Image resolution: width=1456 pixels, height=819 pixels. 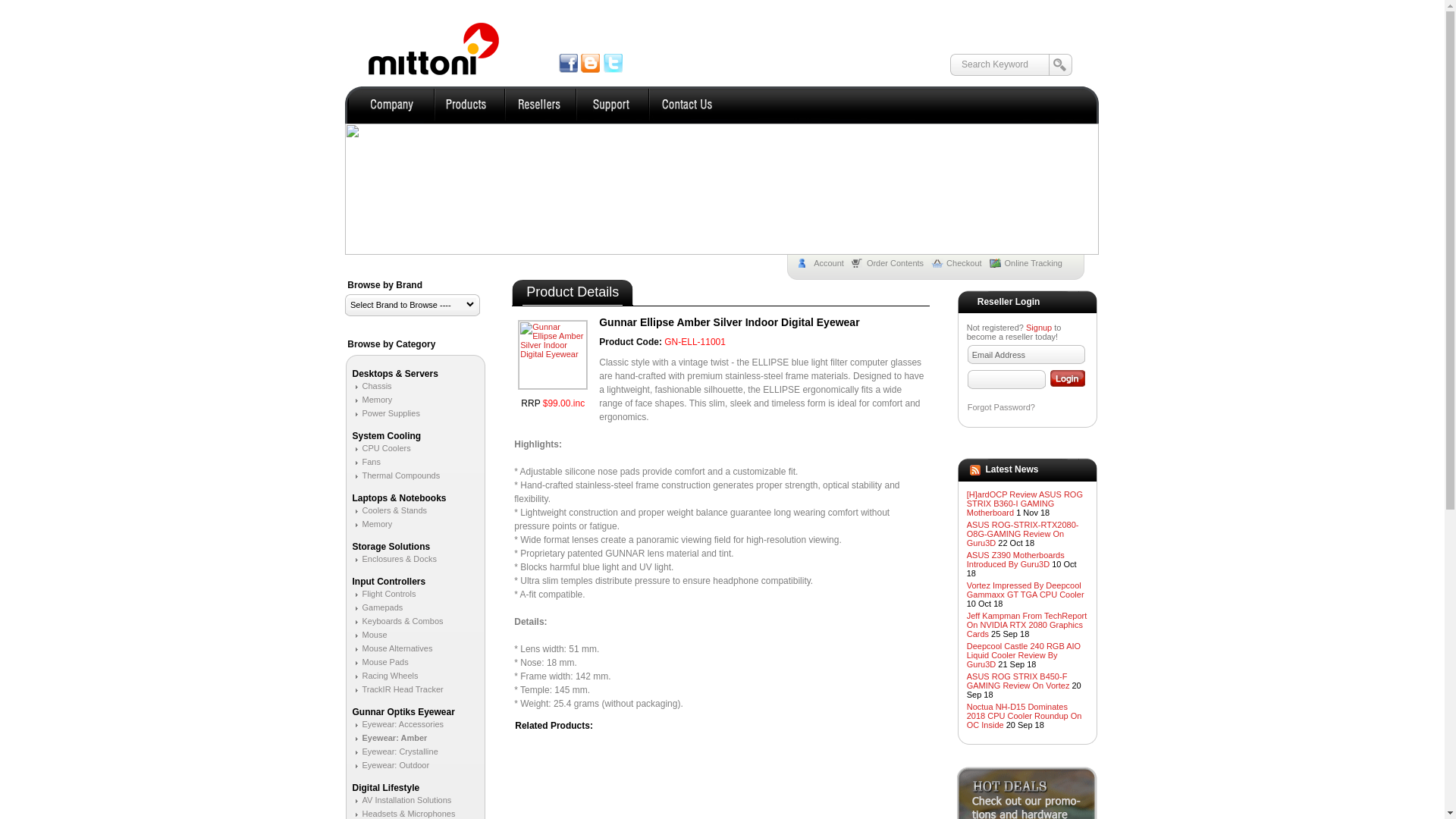 I want to click on 'Keyboards & Combos', so click(x=351, y=620).